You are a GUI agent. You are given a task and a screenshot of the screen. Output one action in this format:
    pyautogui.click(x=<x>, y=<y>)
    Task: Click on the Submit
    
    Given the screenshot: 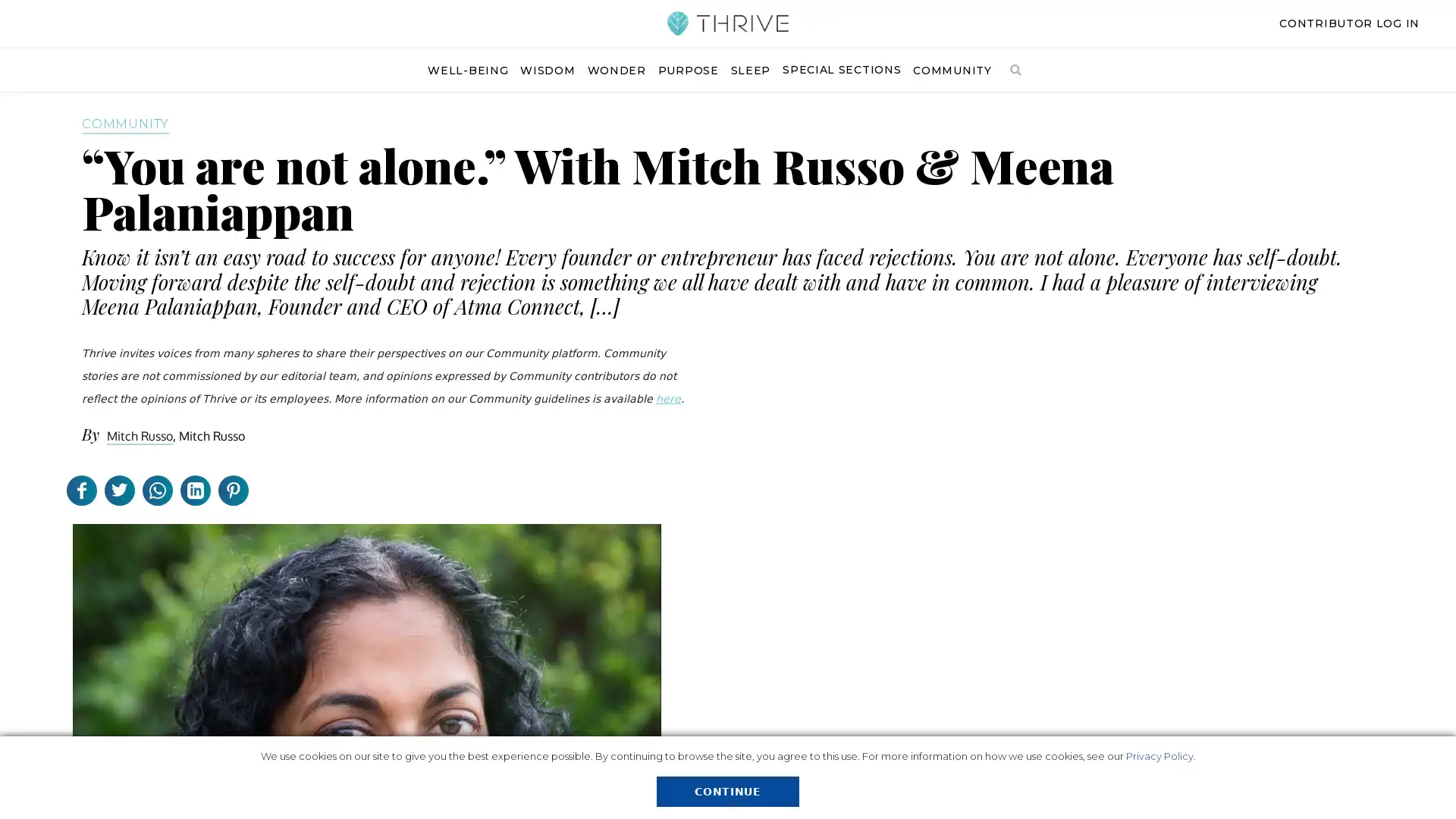 What is the action you would take?
    pyautogui.click(x=1131, y=134)
    